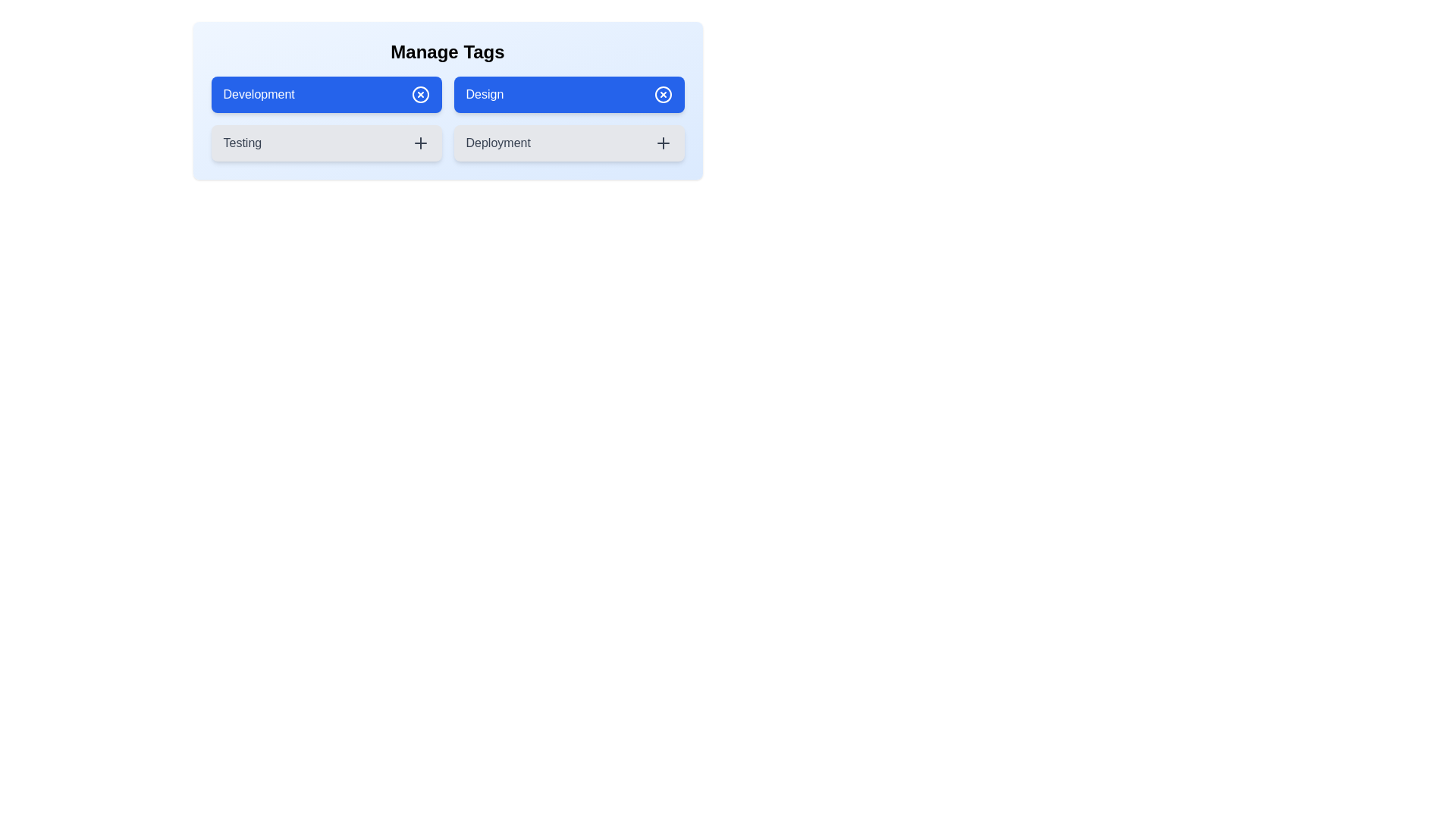 The width and height of the screenshot is (1456, 819). What do you see at coordinates (568, 143) in the screenshot?
I see `the tag labeled Deployment to toggle its state` at bounding box center [568, 143].